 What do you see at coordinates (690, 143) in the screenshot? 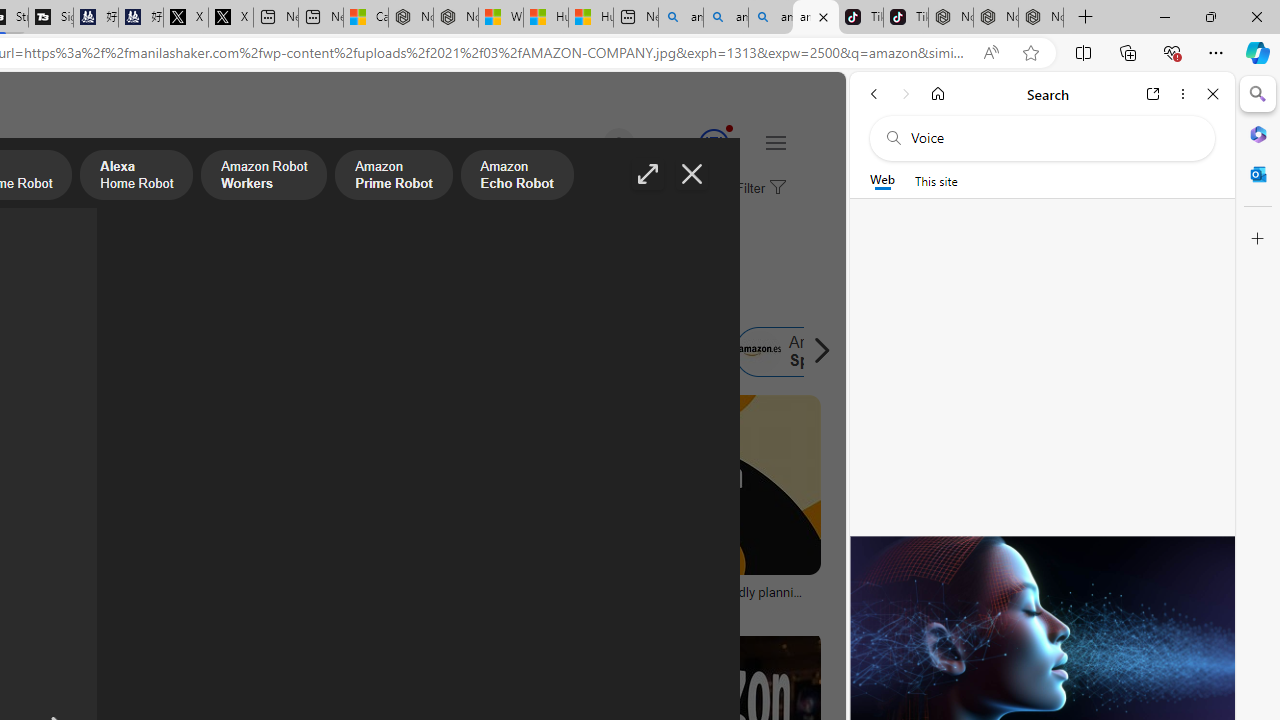
I see `'Microsoft Rewards 135'` at bounding box center [690, 143].